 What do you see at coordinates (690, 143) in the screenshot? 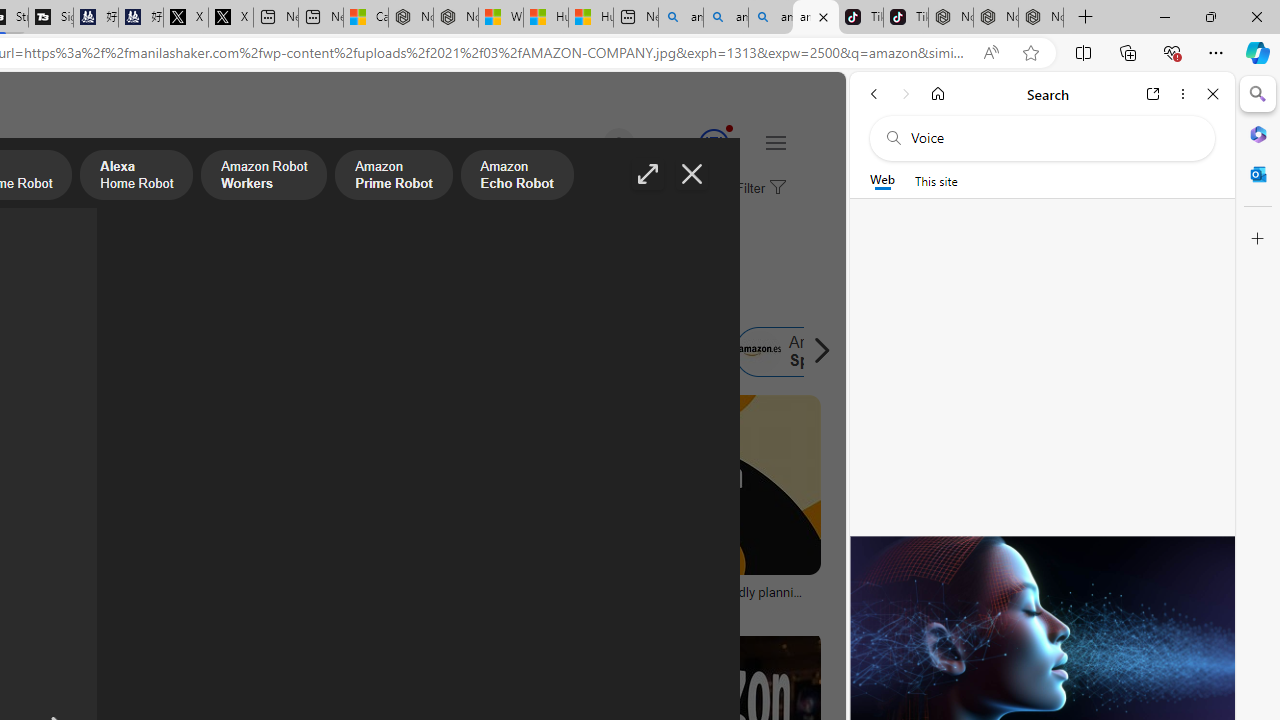
I see `'Microsoft Rewards 135'` at bounding box center [690, 143].